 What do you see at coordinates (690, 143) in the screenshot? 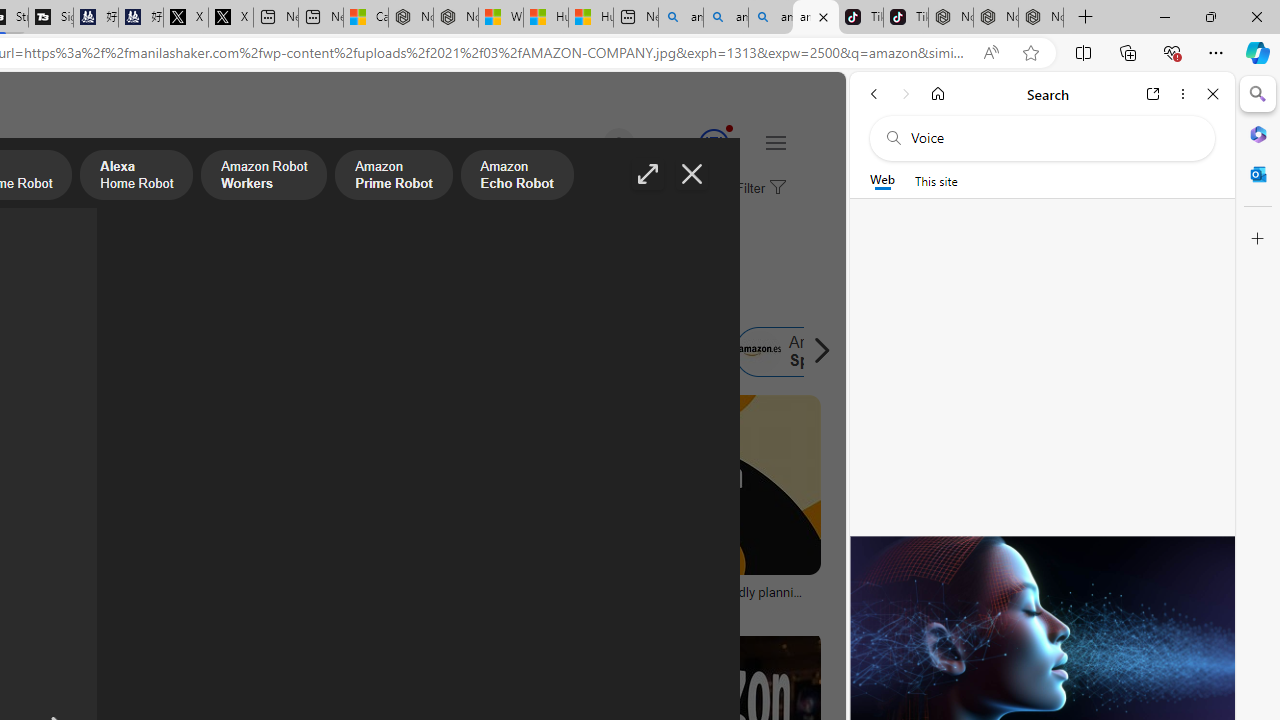
I see `'Microsoft Rewards 135'` at bounding box center [690, 143].